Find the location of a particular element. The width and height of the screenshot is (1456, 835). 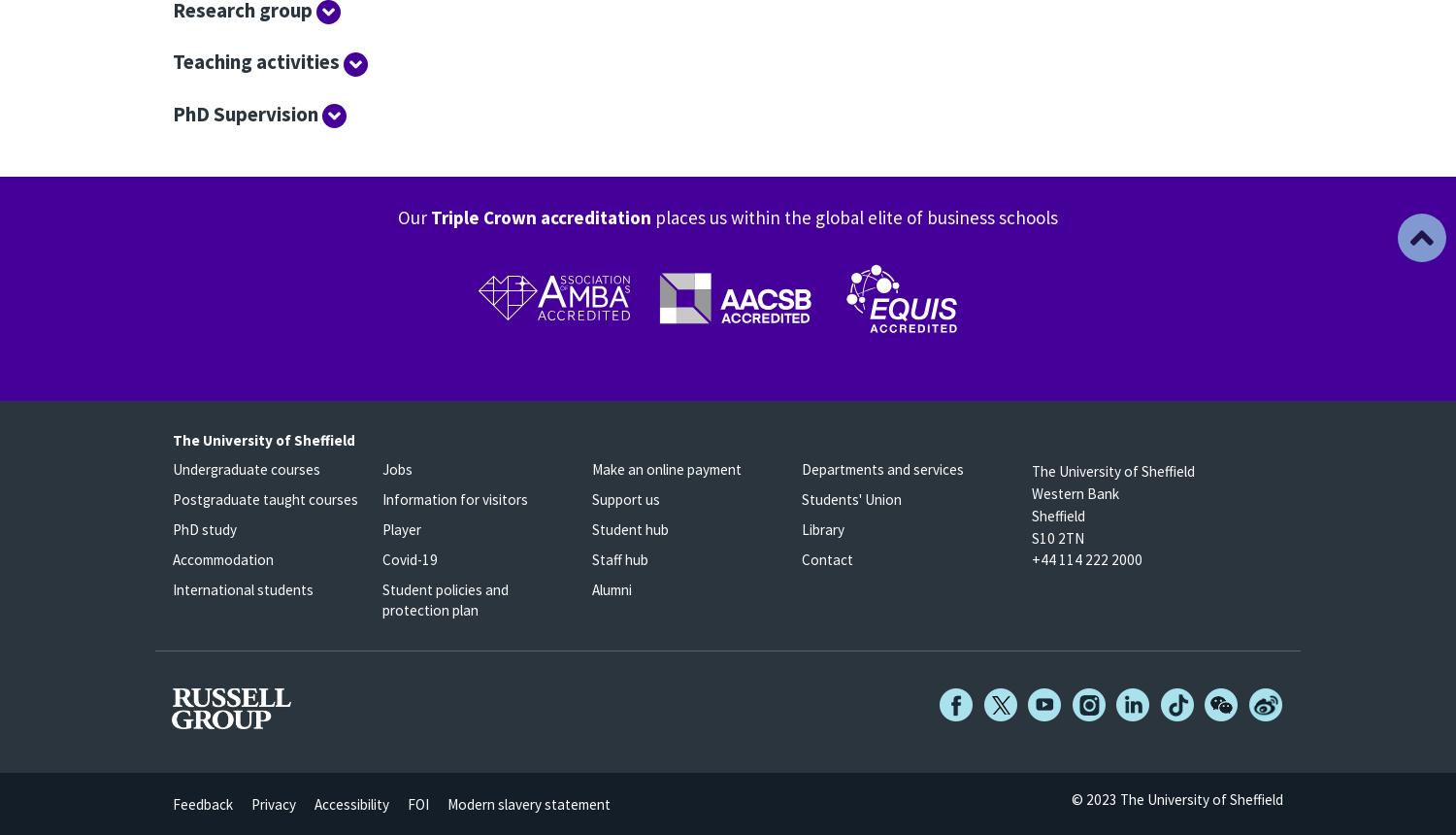

'Modern slavery statement' is located at coordinates (446, 802).